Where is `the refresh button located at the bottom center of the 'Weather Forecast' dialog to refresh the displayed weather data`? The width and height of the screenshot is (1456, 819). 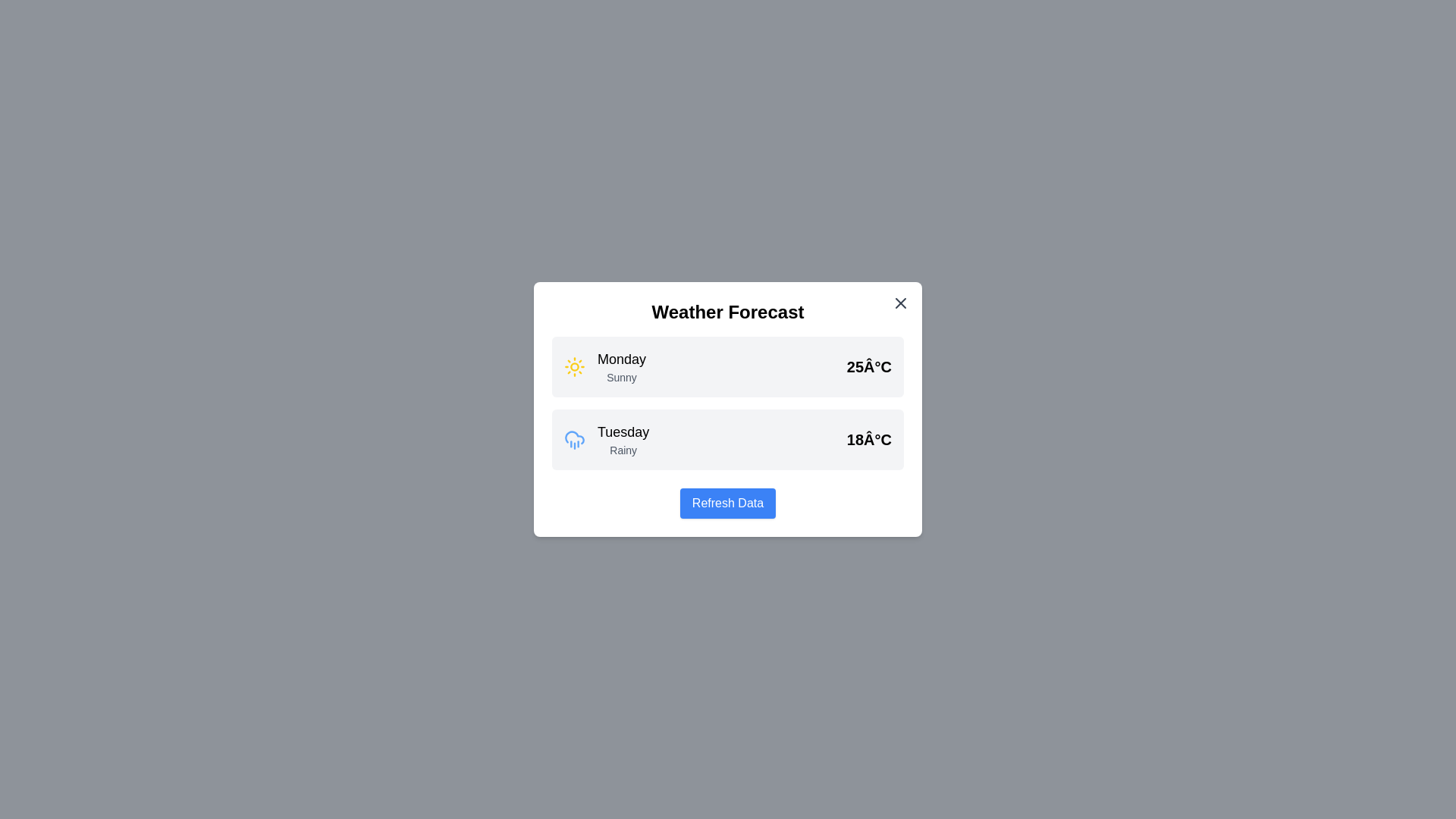 the refresh button located at the bottom center of the 'Weather Forecast' dialog to refresh the displayed weather data is located at coordinates (728, 503).